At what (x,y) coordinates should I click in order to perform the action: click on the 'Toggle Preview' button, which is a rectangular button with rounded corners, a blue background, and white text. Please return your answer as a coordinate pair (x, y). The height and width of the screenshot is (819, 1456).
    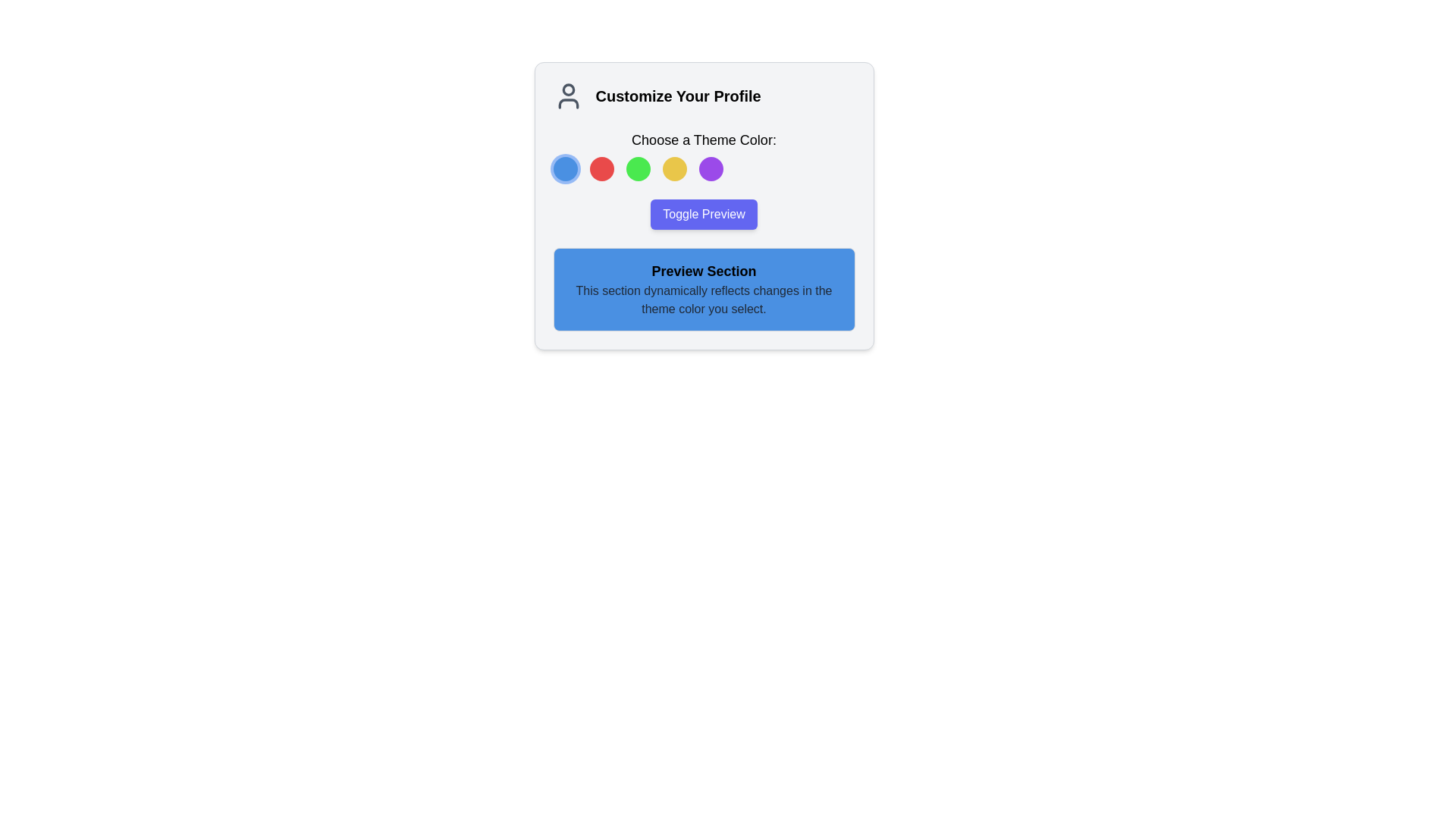
    Looking at the image, I should click on (703, 214).